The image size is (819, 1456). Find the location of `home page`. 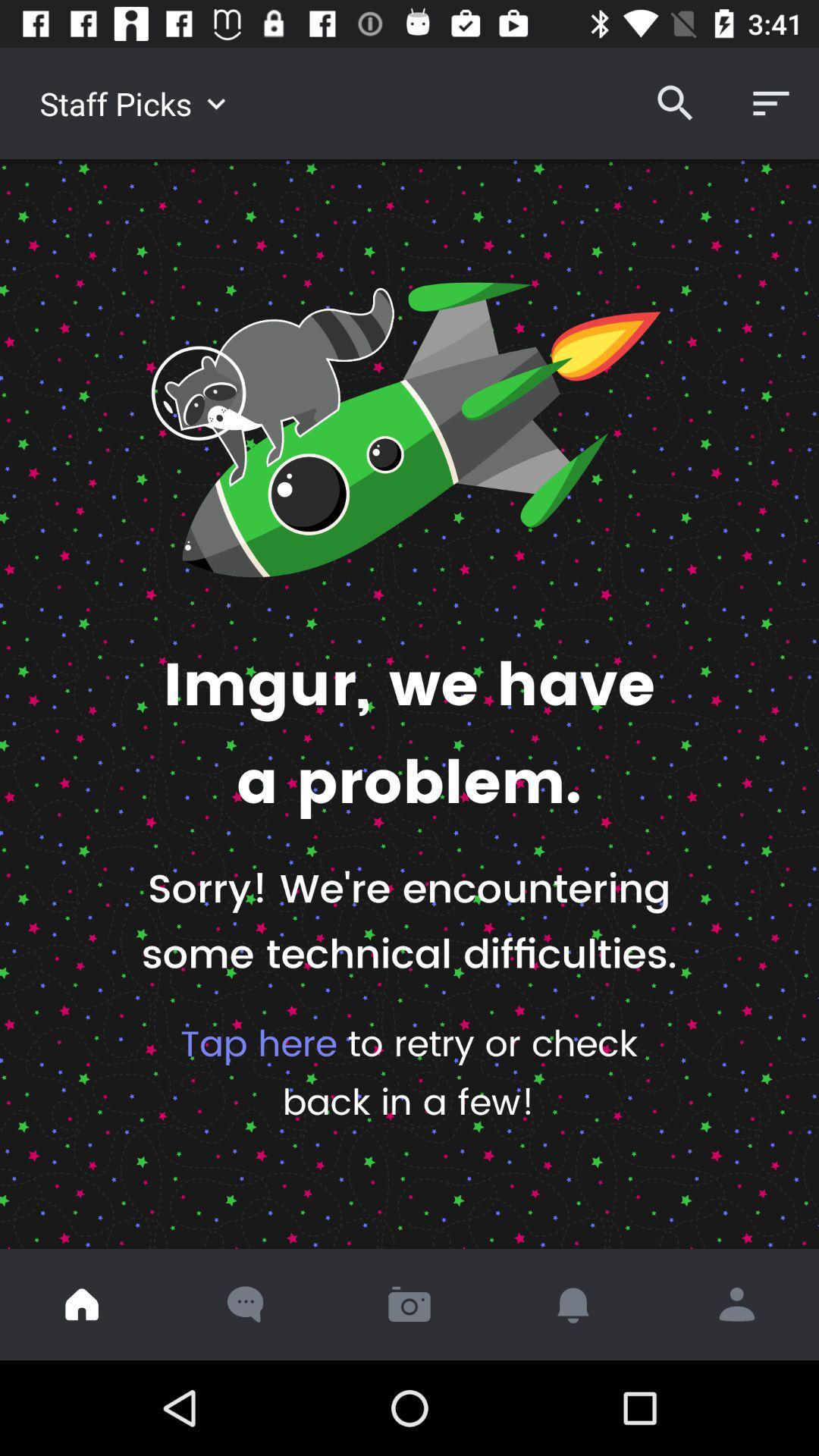

home page is located at coordinates (82, 1304).